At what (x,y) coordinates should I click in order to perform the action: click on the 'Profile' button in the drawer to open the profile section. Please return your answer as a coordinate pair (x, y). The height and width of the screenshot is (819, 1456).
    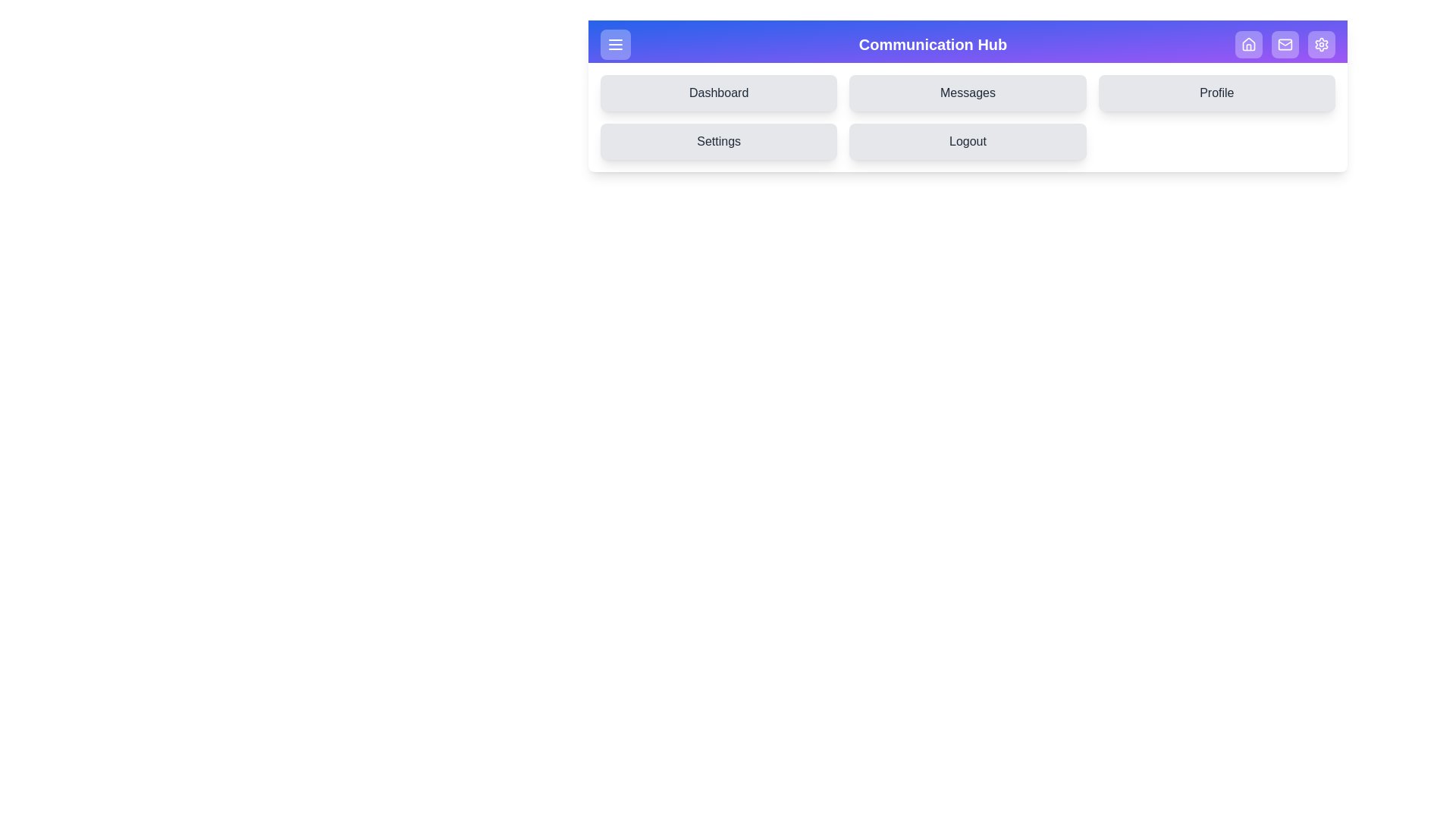
    Looking at the image, I should click on (1216, 93).